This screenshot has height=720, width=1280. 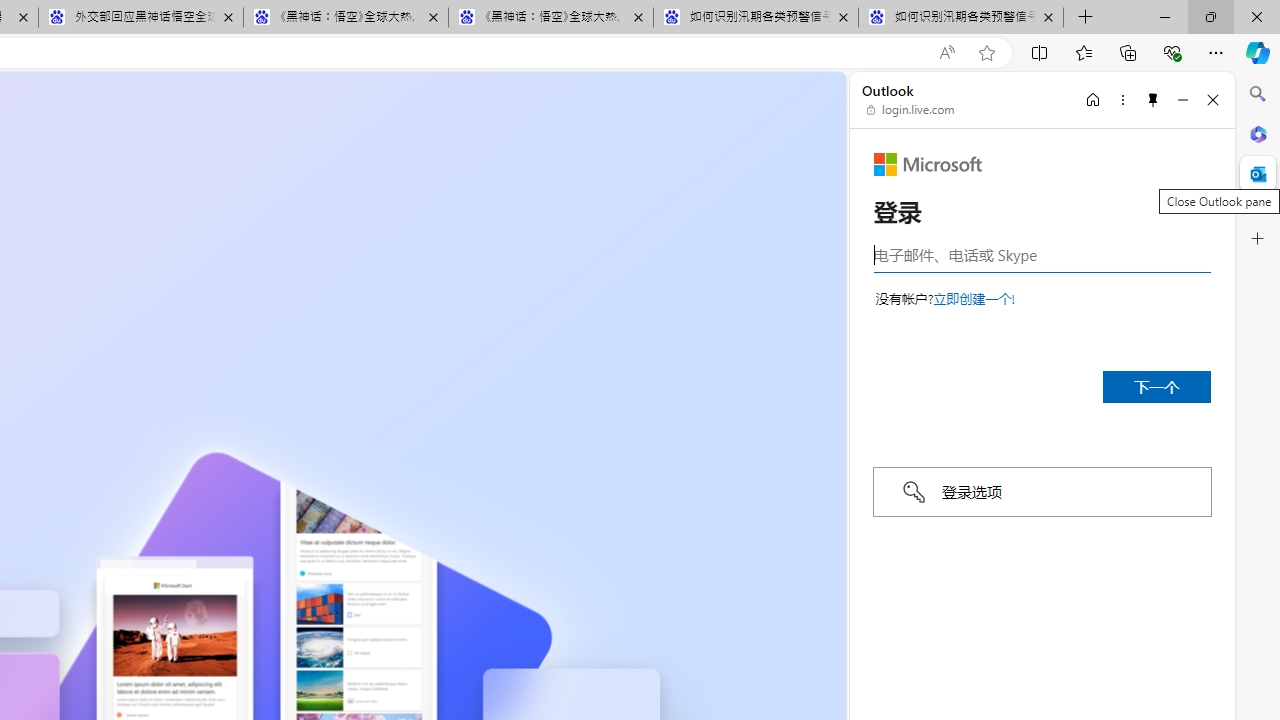 I want to click on 'login.live.com', so click(x=910, y=110).